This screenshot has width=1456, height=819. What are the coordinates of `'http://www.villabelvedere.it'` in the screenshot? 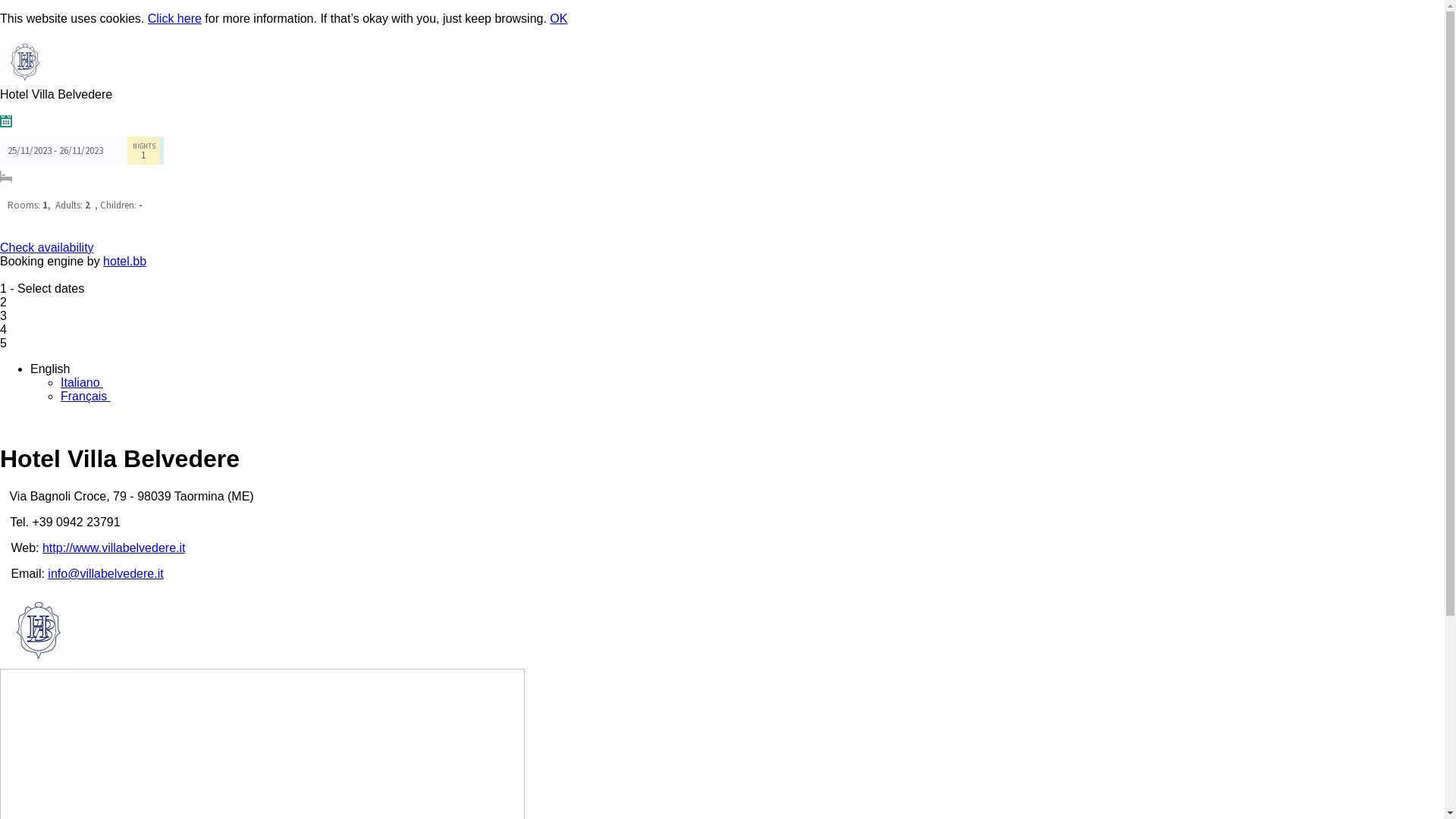 It's located at (113, 548).